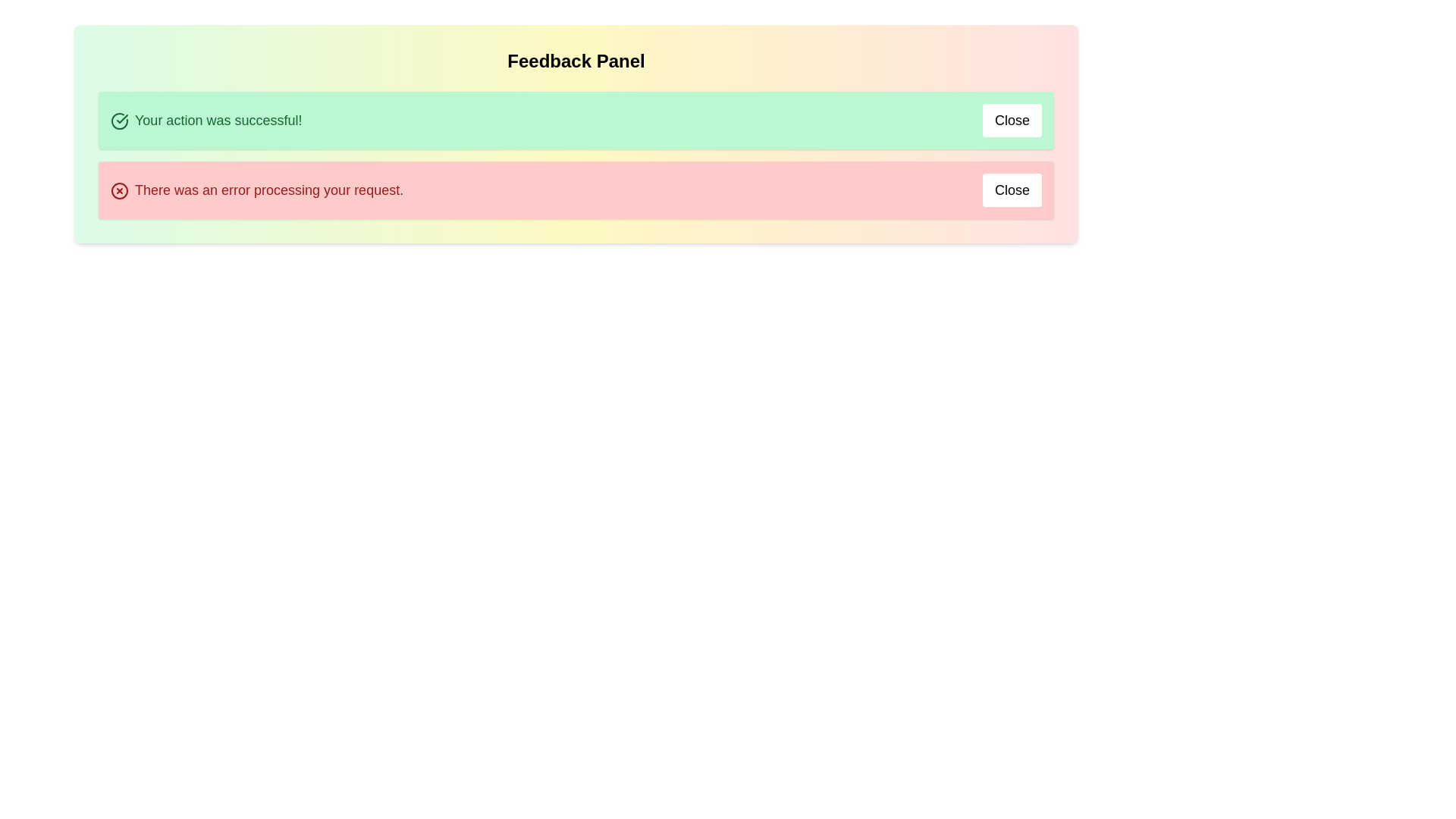  I want to click on error message from the notification banner located beneath the green success notification. This banner contains a dismiss button for user interaction, so click(575, 189).